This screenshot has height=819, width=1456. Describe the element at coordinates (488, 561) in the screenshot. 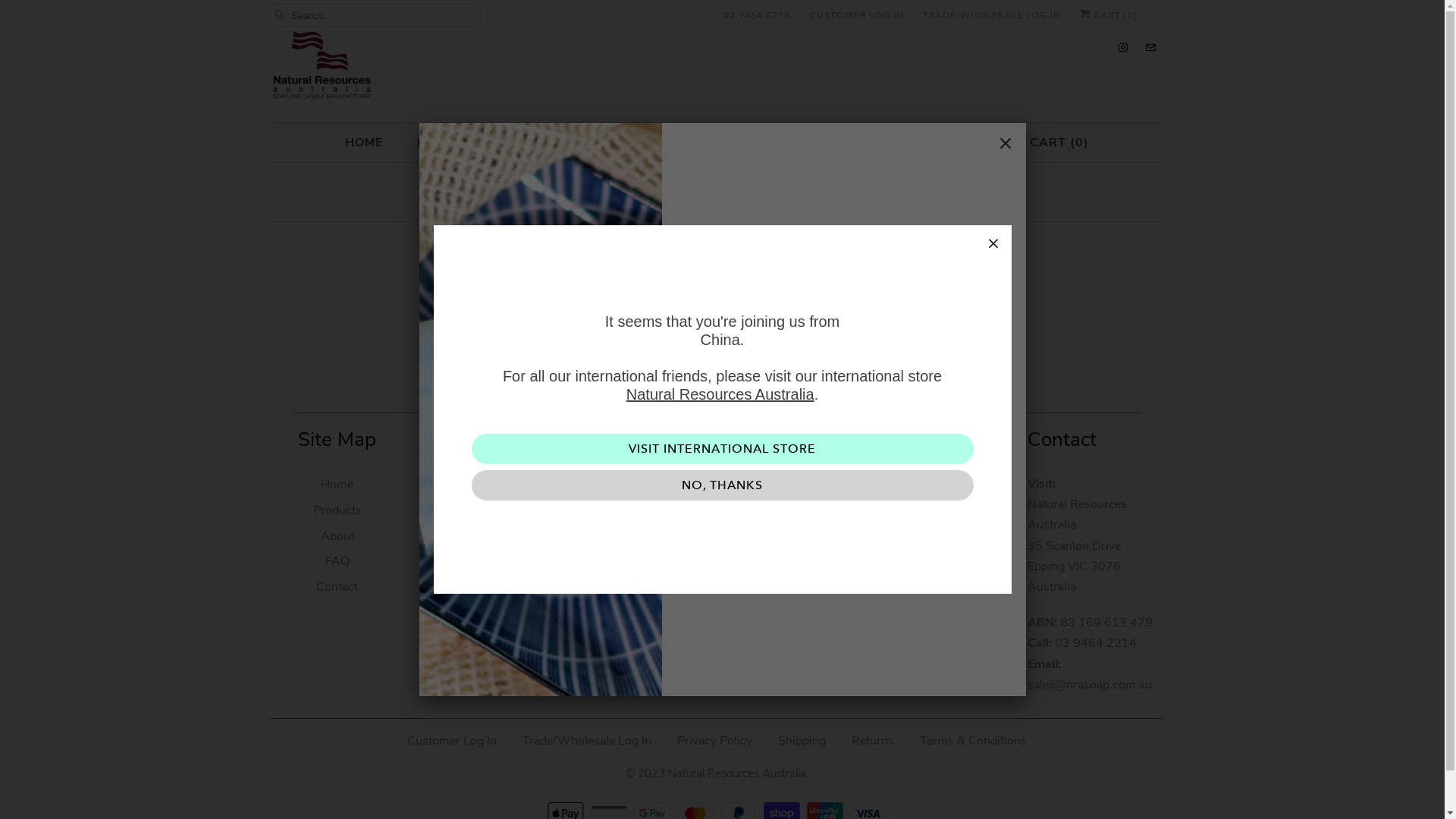

I see `'Diffusers'` at that location.